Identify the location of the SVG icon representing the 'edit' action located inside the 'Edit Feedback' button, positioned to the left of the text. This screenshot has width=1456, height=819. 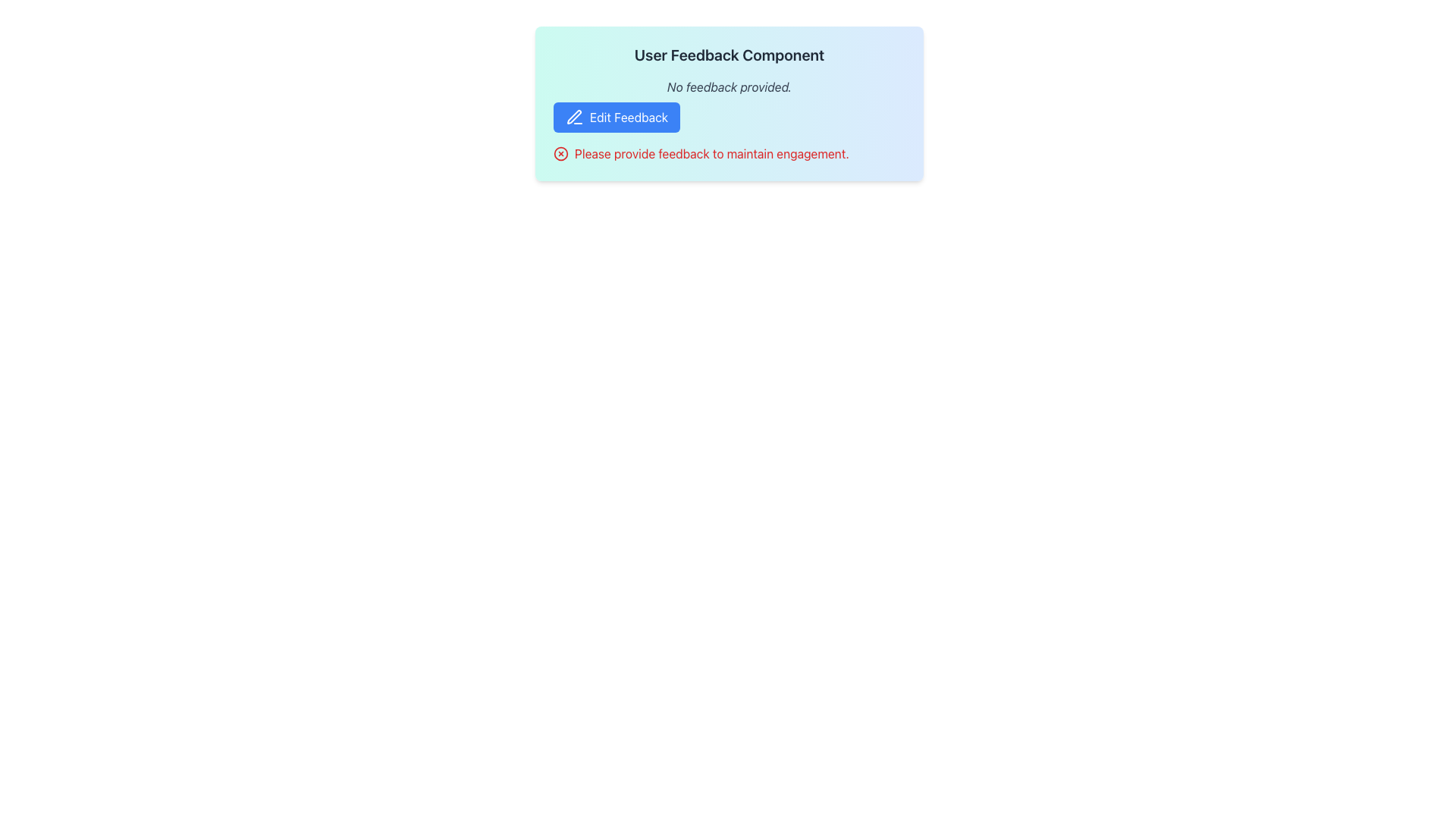
(574, 116).